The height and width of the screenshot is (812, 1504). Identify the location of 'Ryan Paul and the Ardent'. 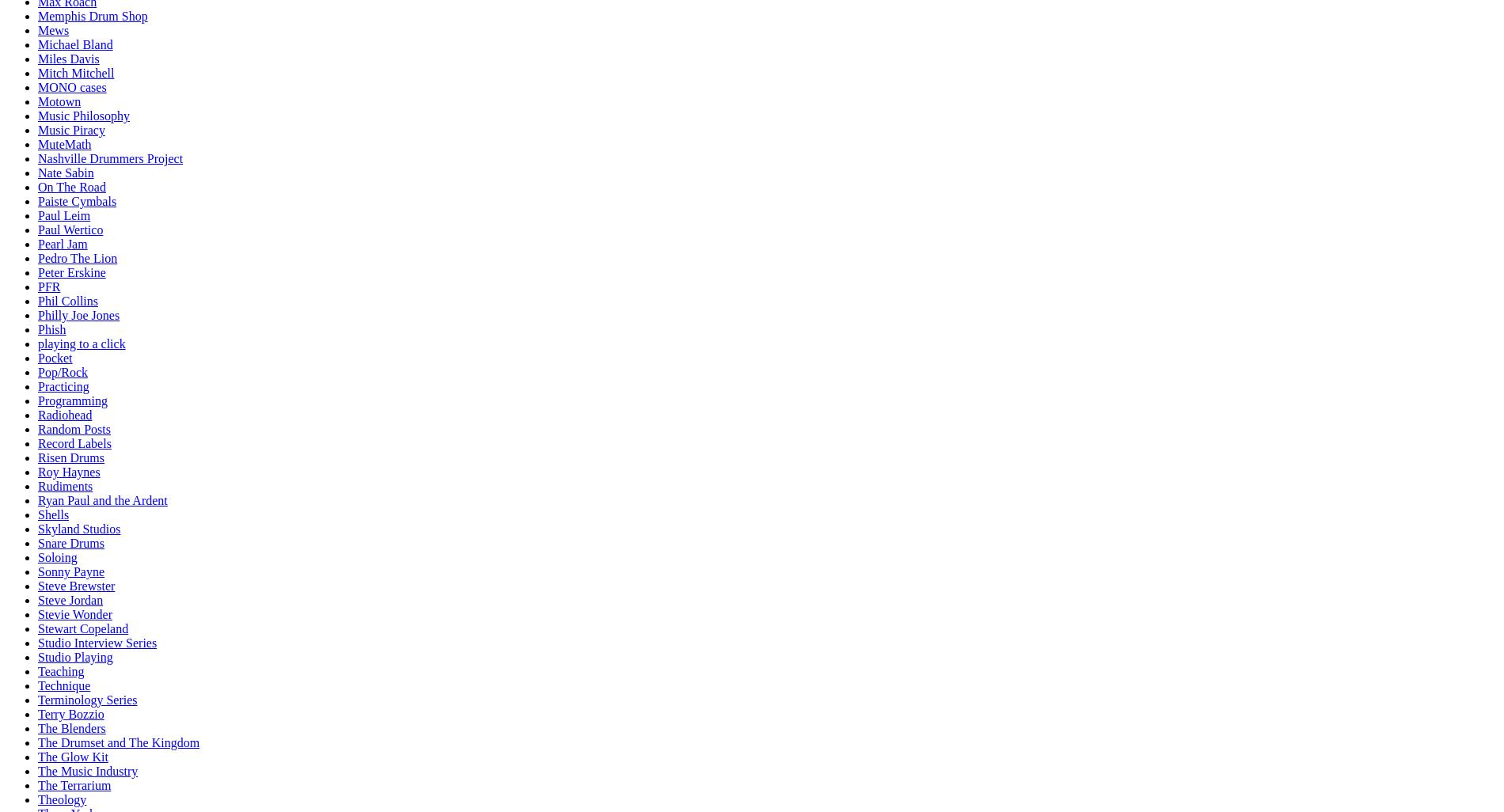
(38, 500).